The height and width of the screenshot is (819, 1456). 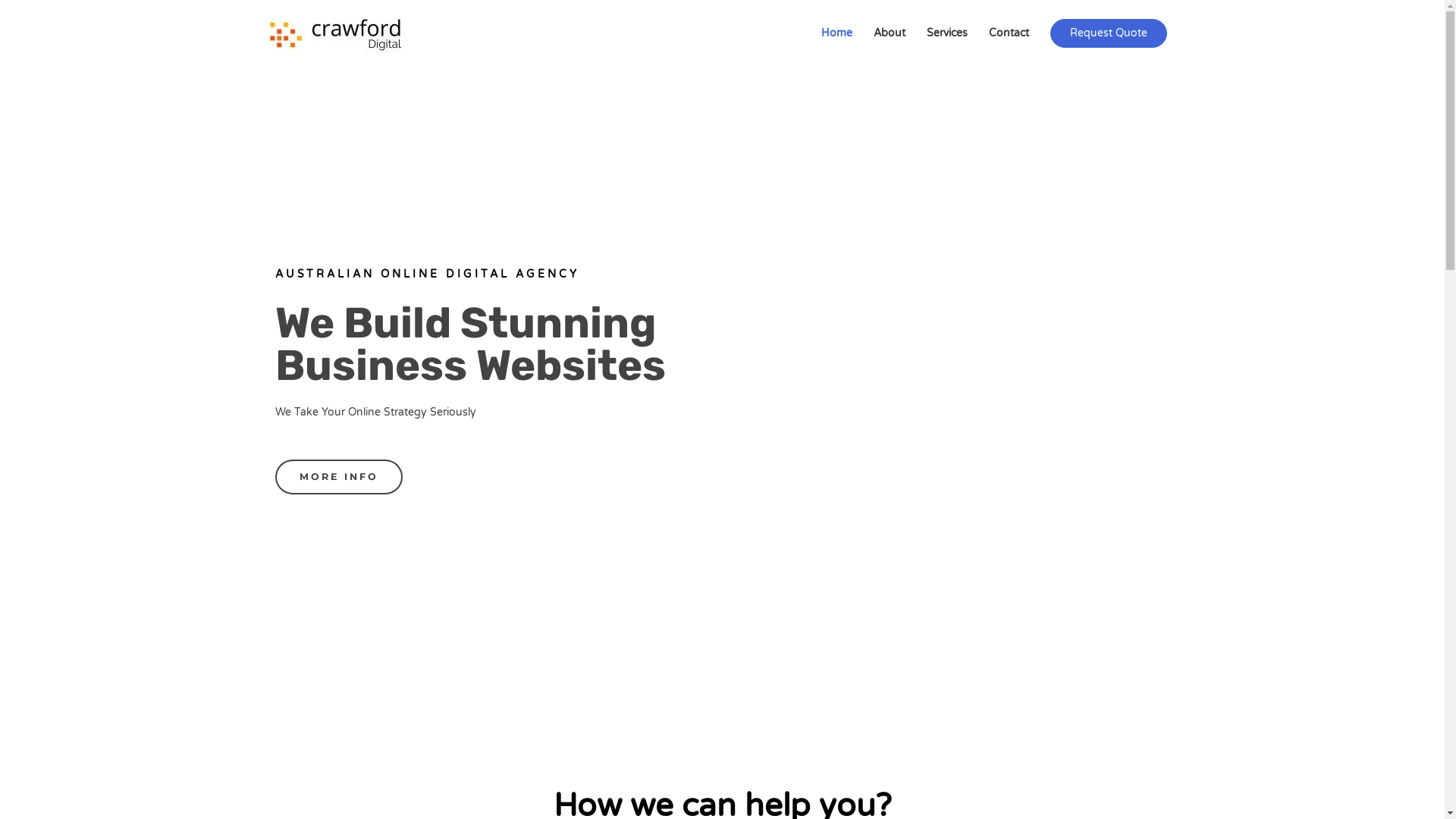 I want to click on 'Services', so click(x=946, y=33).